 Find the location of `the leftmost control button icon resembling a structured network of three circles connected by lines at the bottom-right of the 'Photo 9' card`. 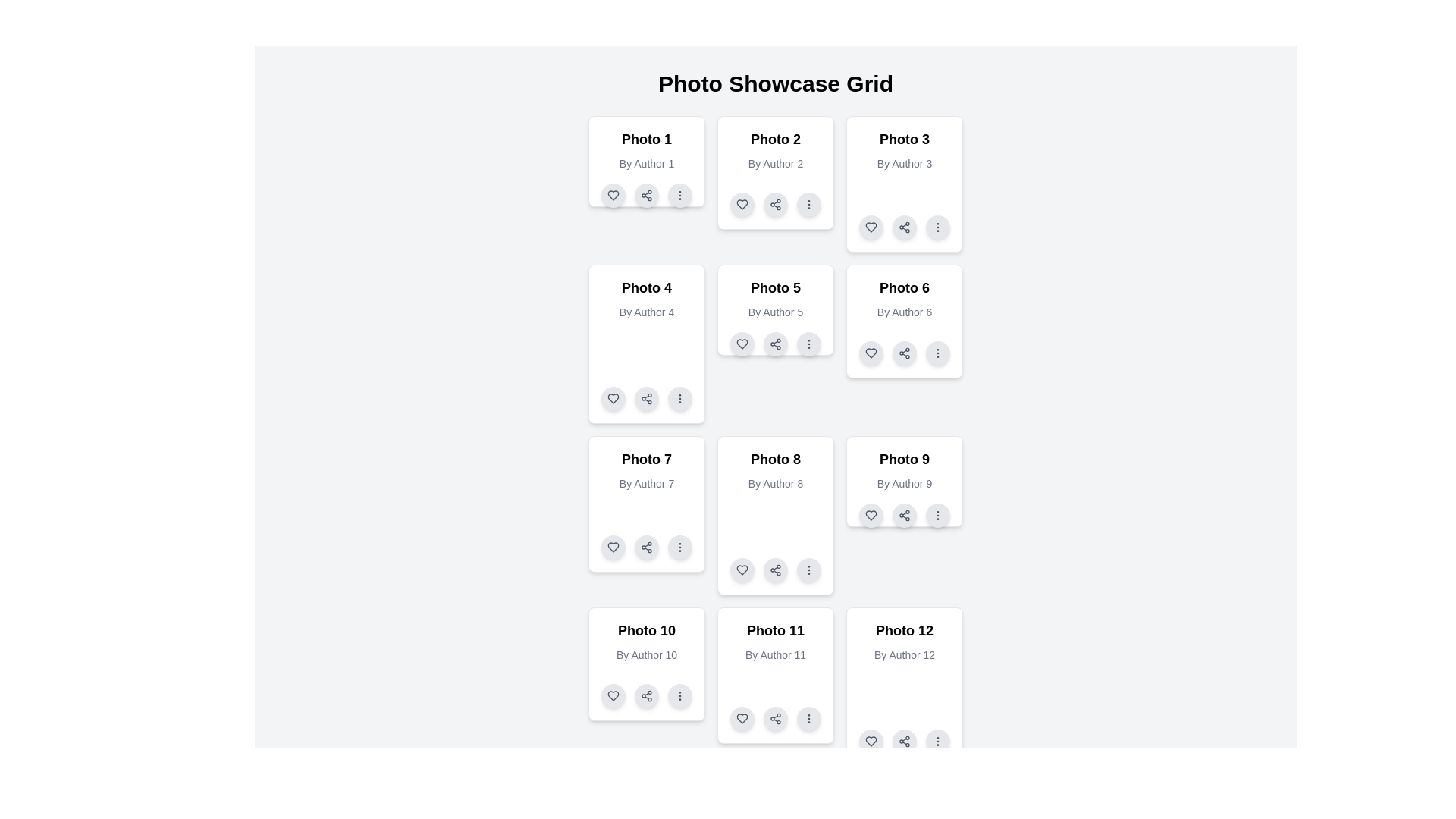

the leftmost control button icon resembling a structured network of three circles connected by lines at the bottom-right of the 'Photo 9' card is located at coordinates (905, 514).